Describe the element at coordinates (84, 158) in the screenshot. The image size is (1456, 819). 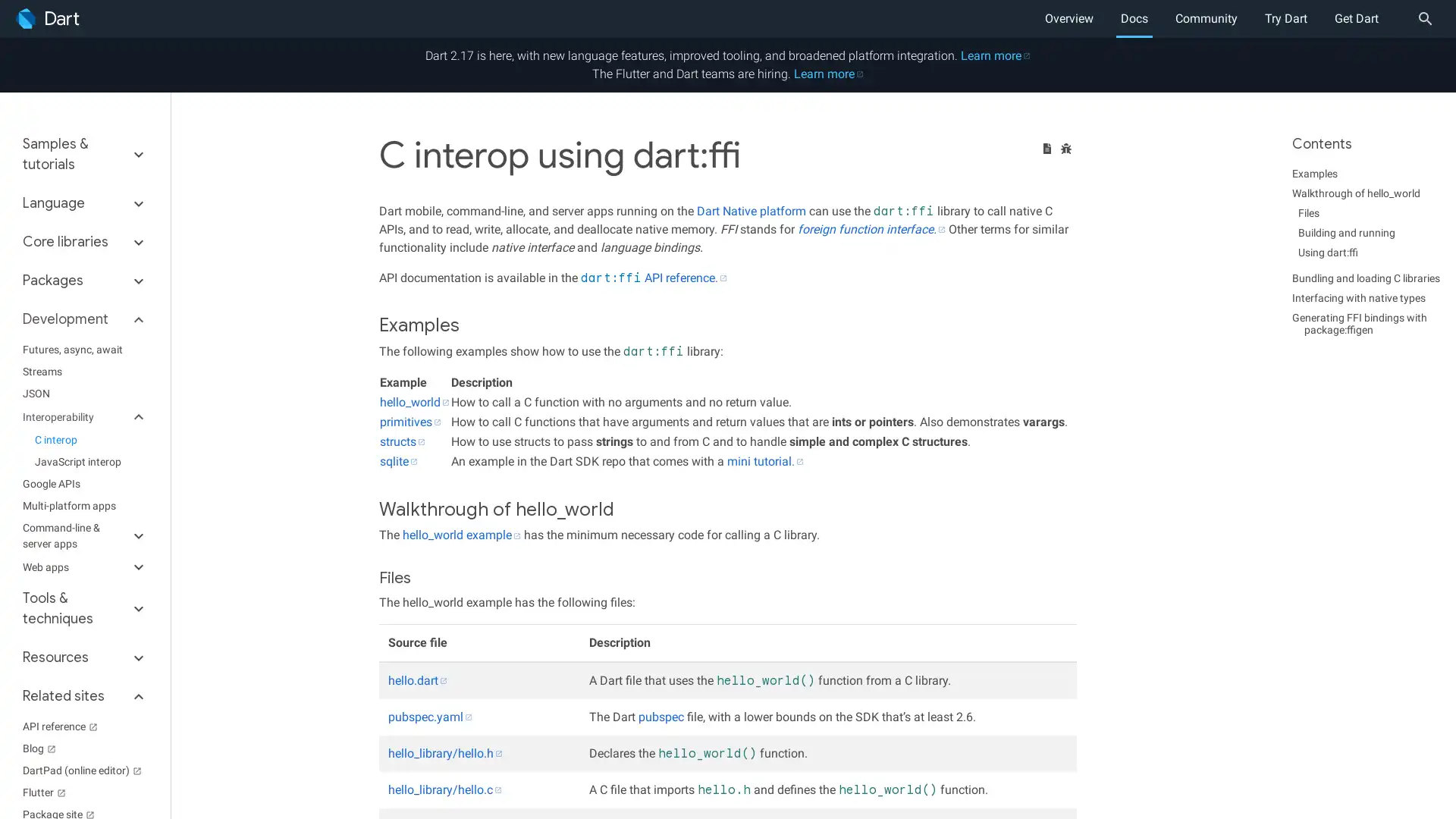
I see `Samples & tutorials keyboard_arrow_down` at that location.